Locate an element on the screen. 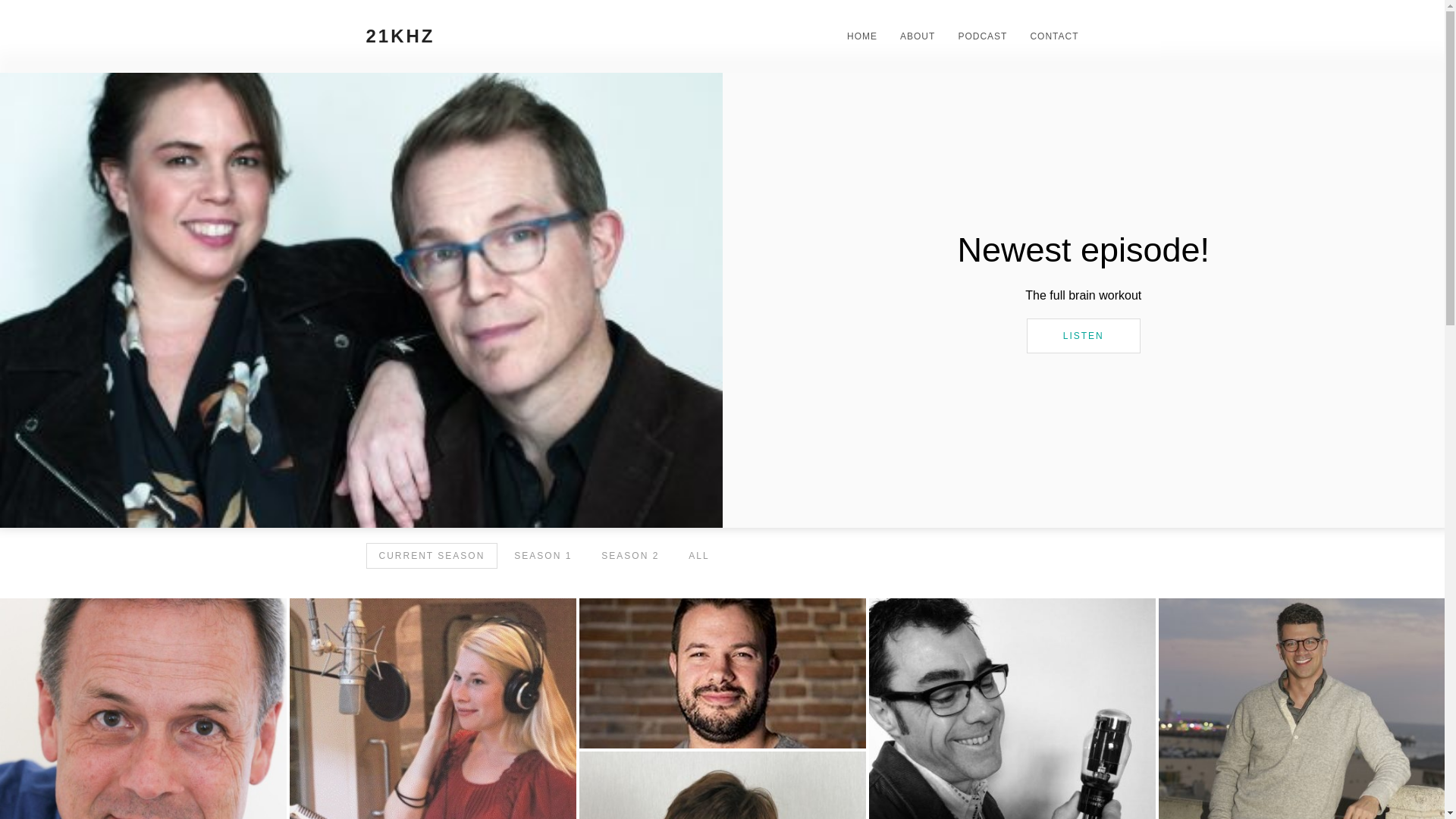 The width and height of the screenshot is (1456, 819). 'ALL' is located at coordinates (698, 555).